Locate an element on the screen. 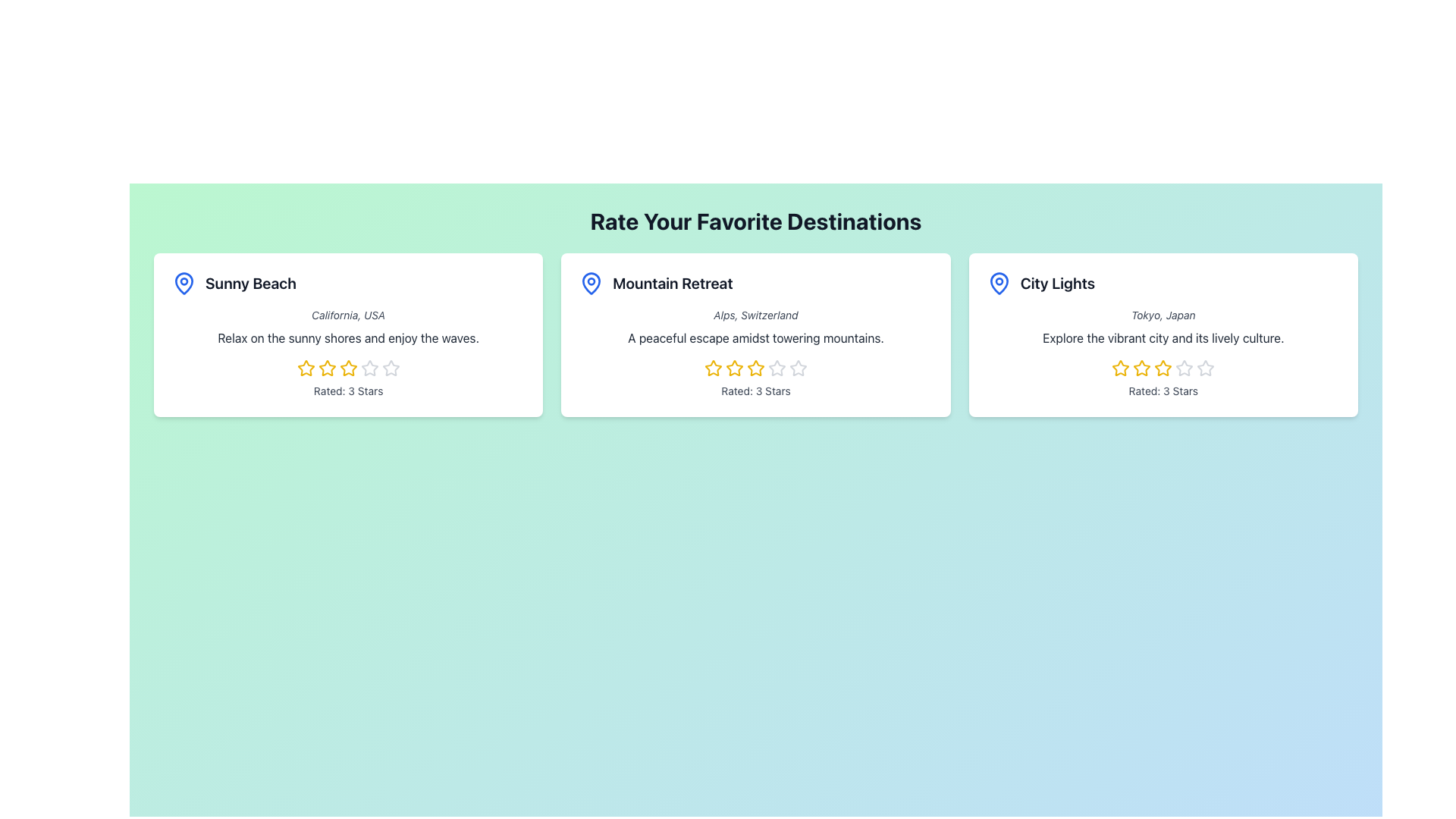 This screenshot has height=819, width=1456. the fourth star icon used for rating the 'Sunny Beach' destination to trigger a preview effect is located at coordinates (369, 368).